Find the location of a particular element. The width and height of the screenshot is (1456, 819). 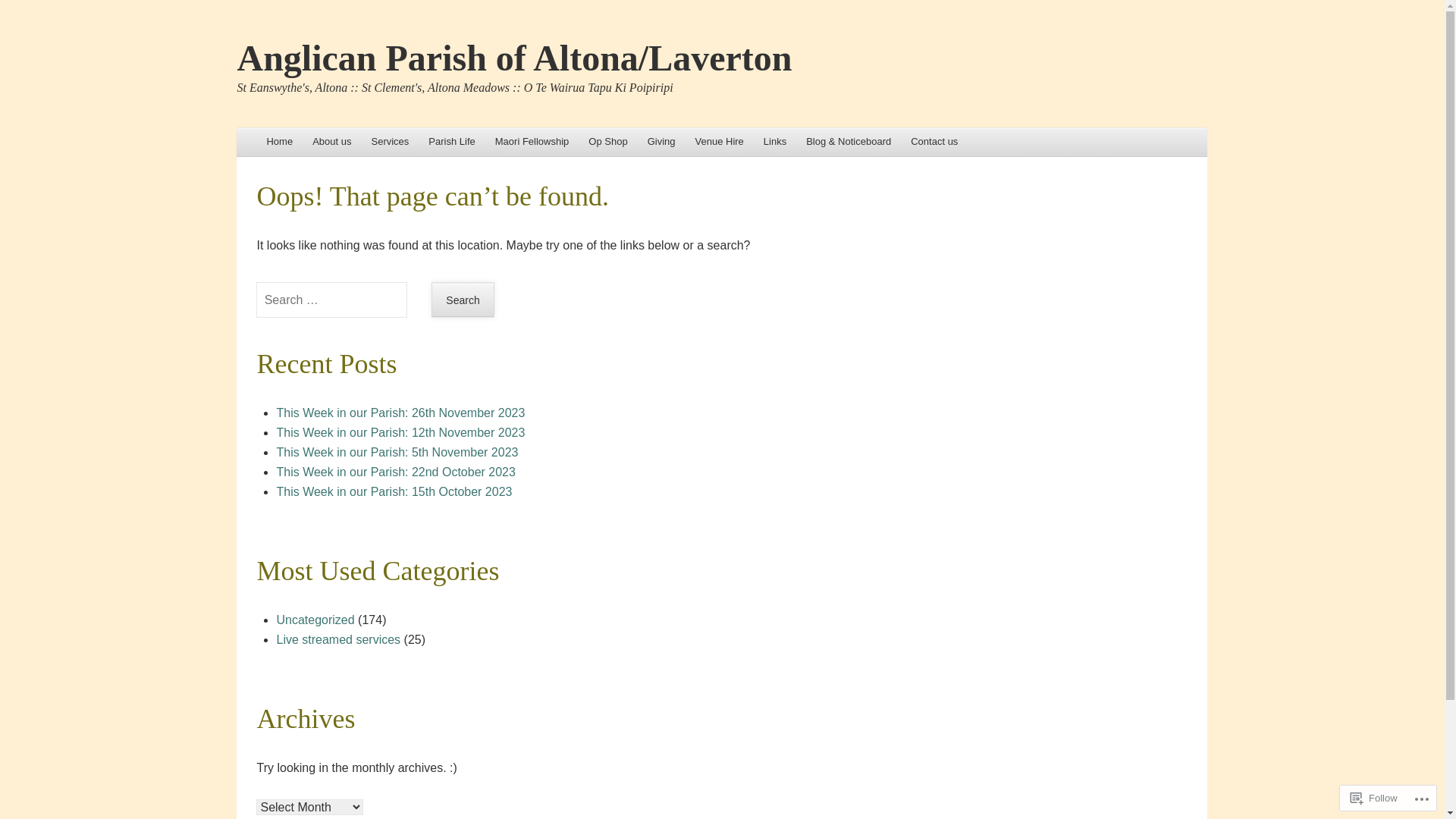

'Links' is located at coordinates (775, 142).